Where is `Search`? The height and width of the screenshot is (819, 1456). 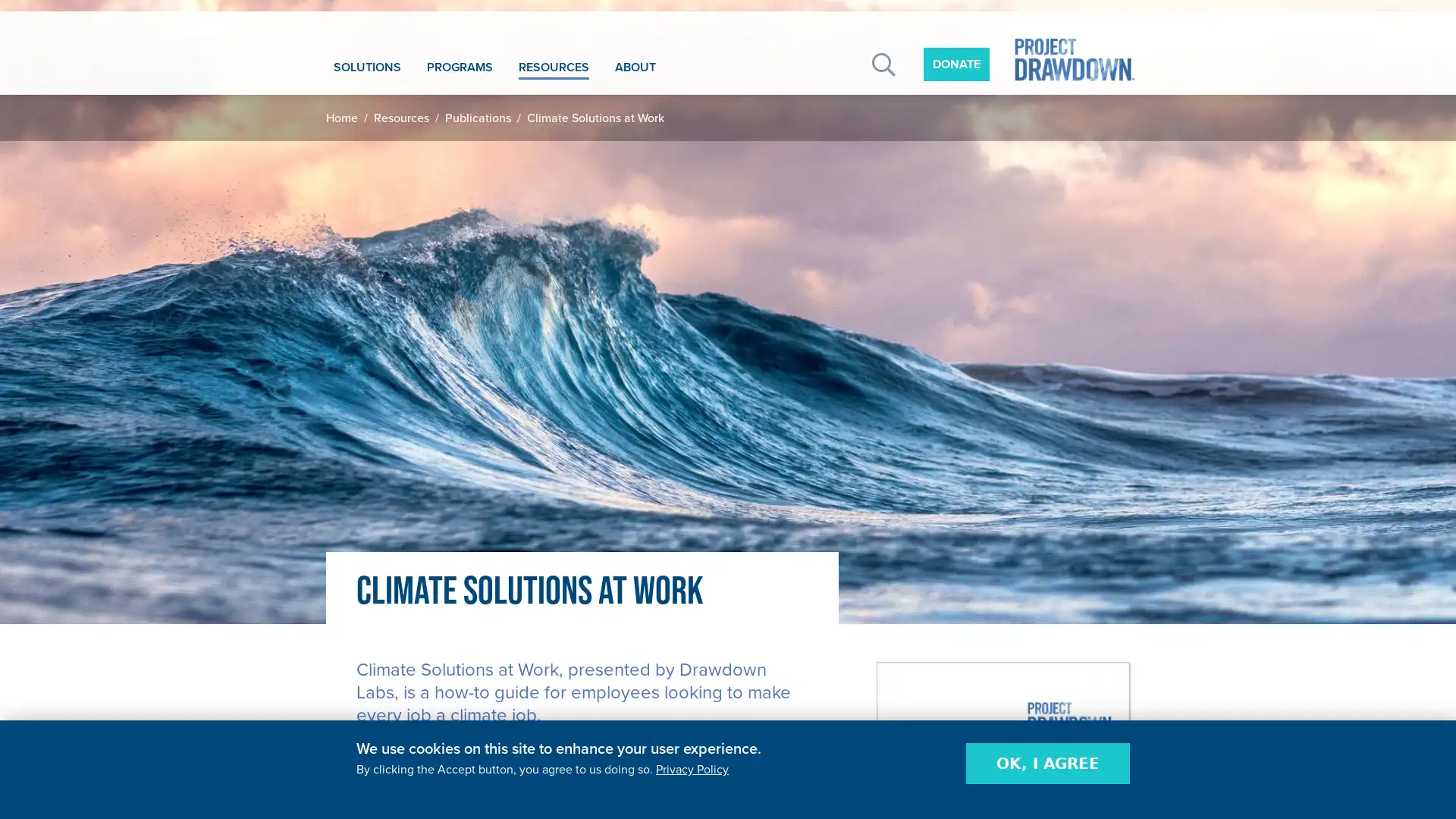
Search is located at coordinates (883, 64).